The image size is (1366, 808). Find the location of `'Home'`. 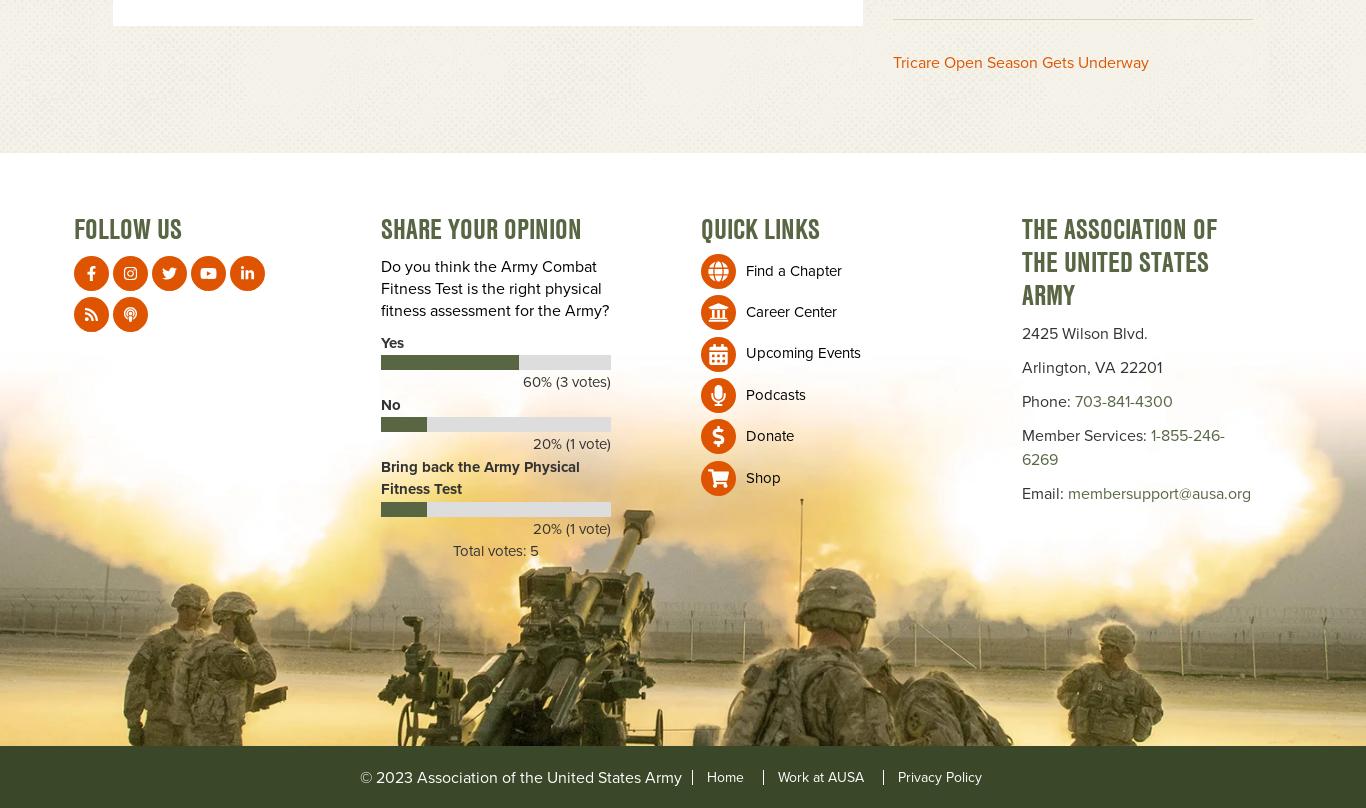

'Home' is located at coordinates (724, 775).